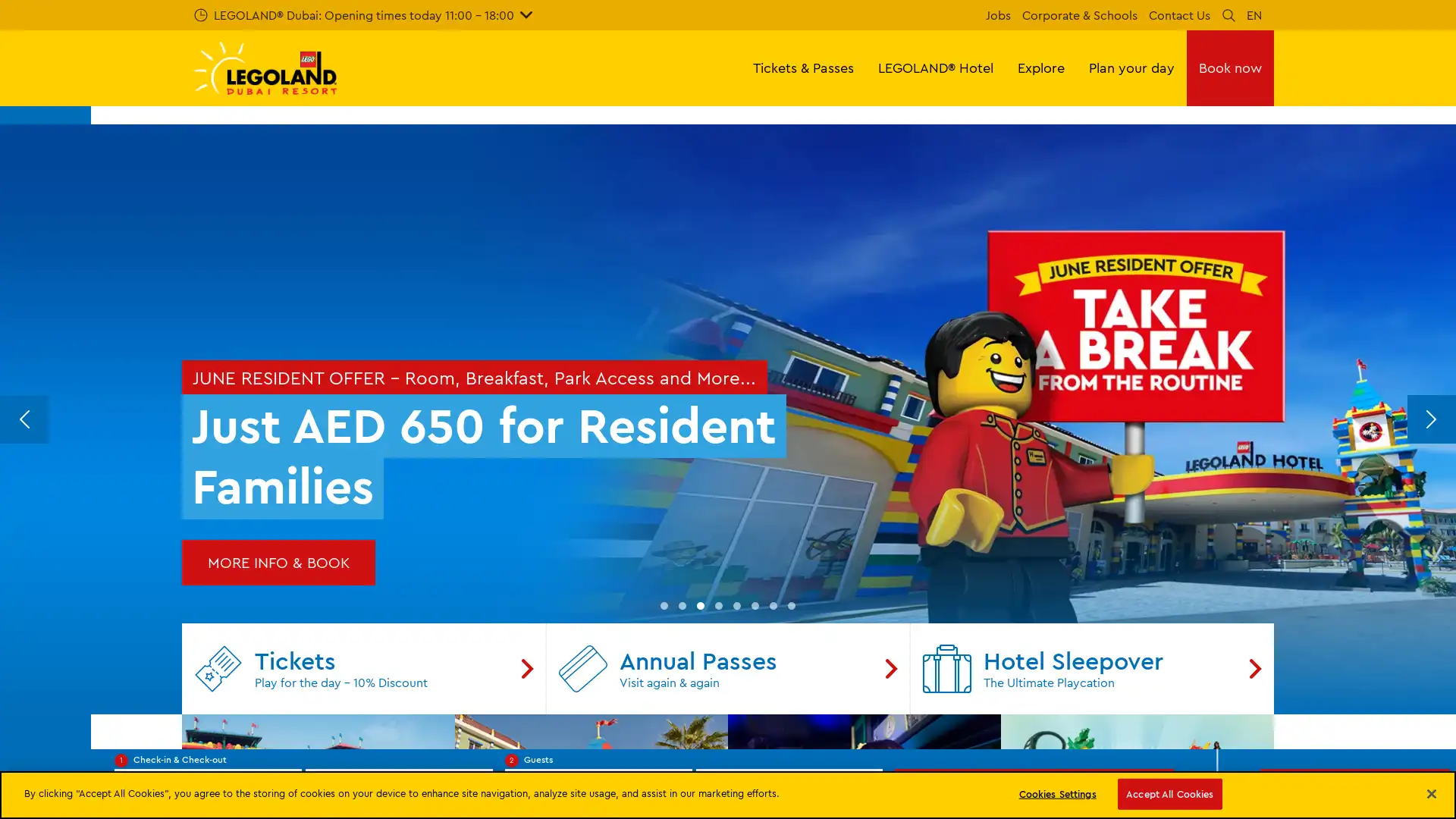 The height and width of the screenshot is (819, 1456). I want to click on Go to slide 2, so click(682, 604).